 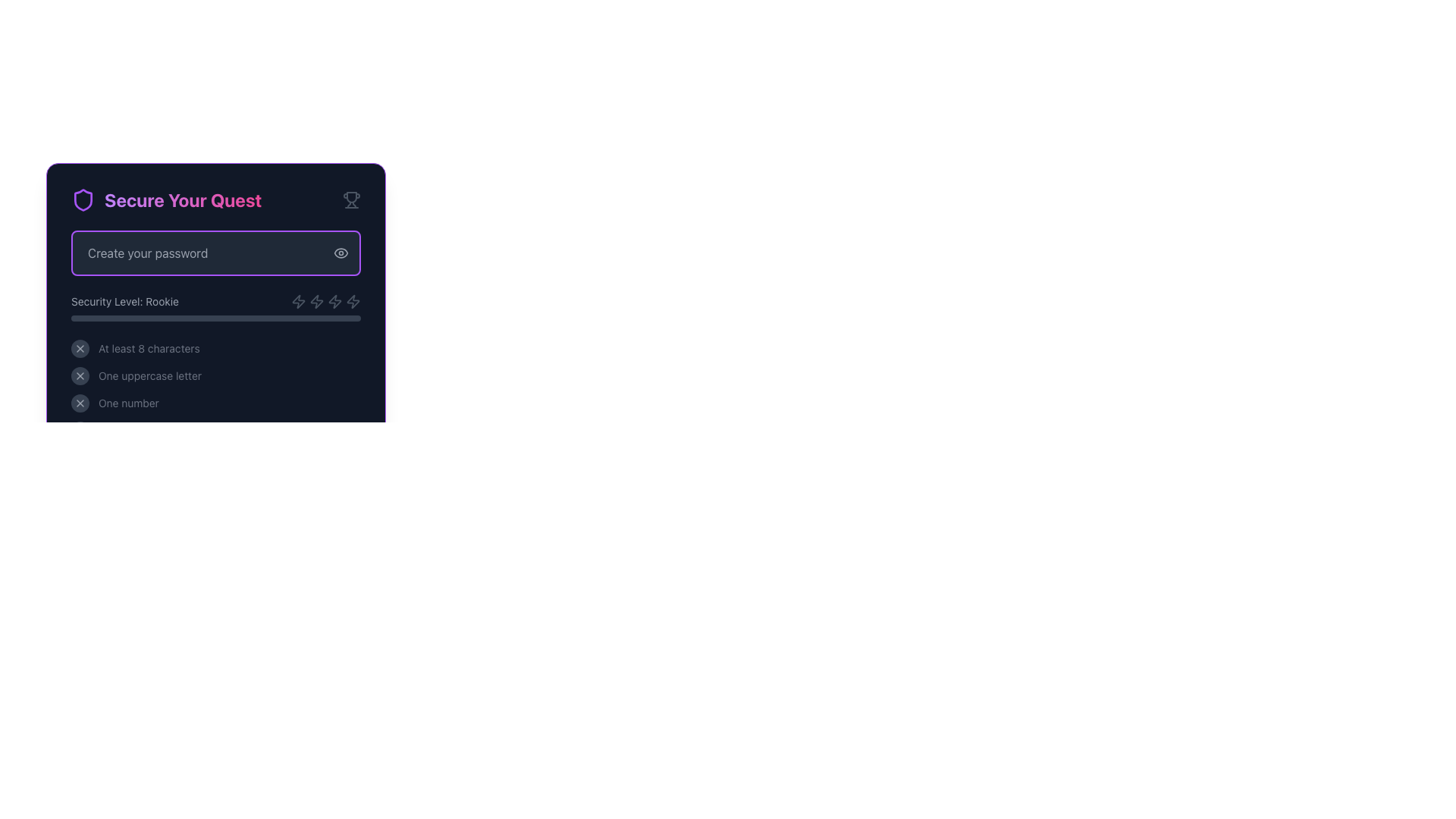 I want to click on the small gray circle containing a faintly styled 'X' icon to inspect for additional details regarding password strength requirements, so click(x=79, y=375).